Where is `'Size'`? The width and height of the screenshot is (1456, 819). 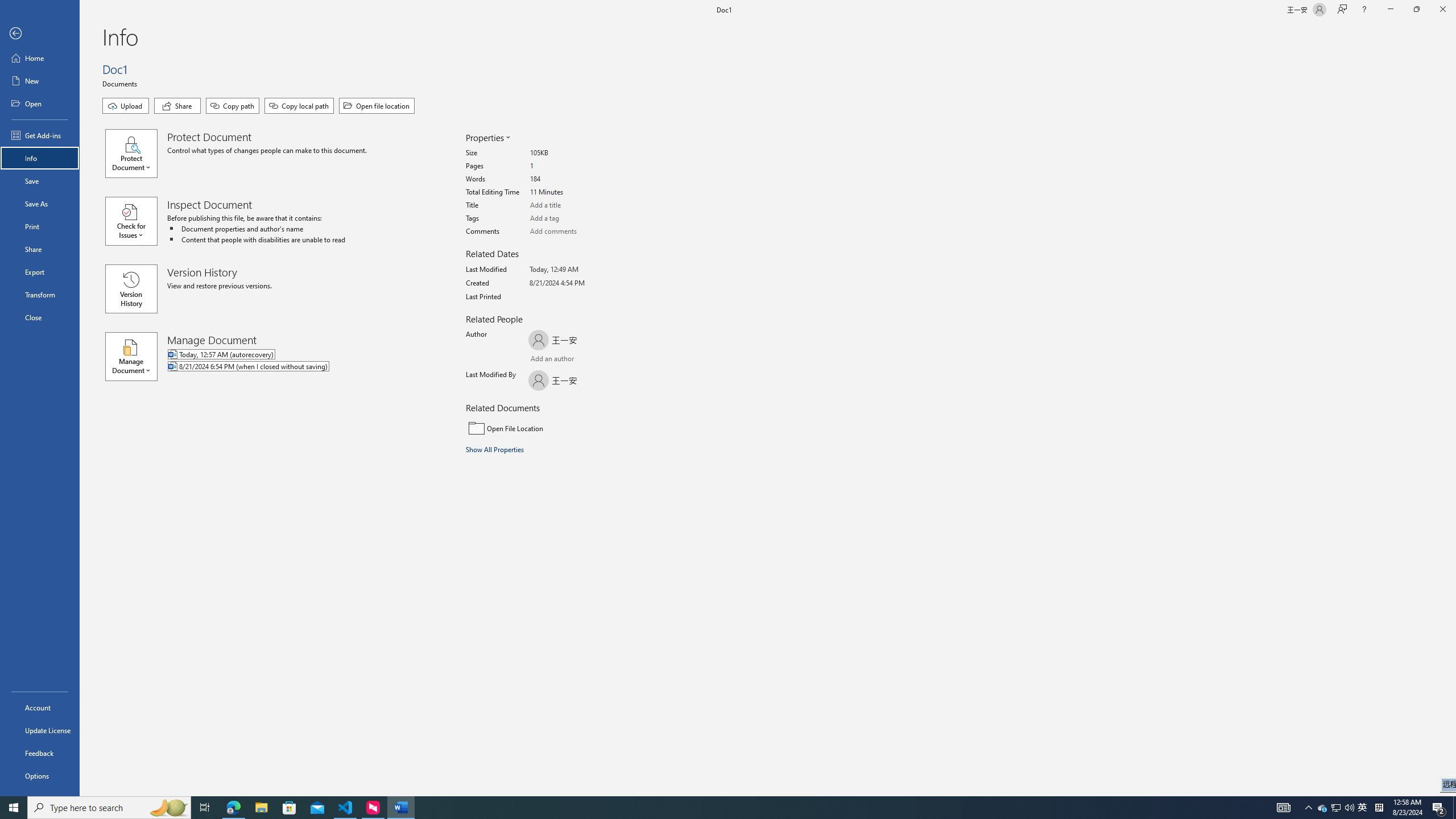 'Size' is located at coordinates (572, 153).